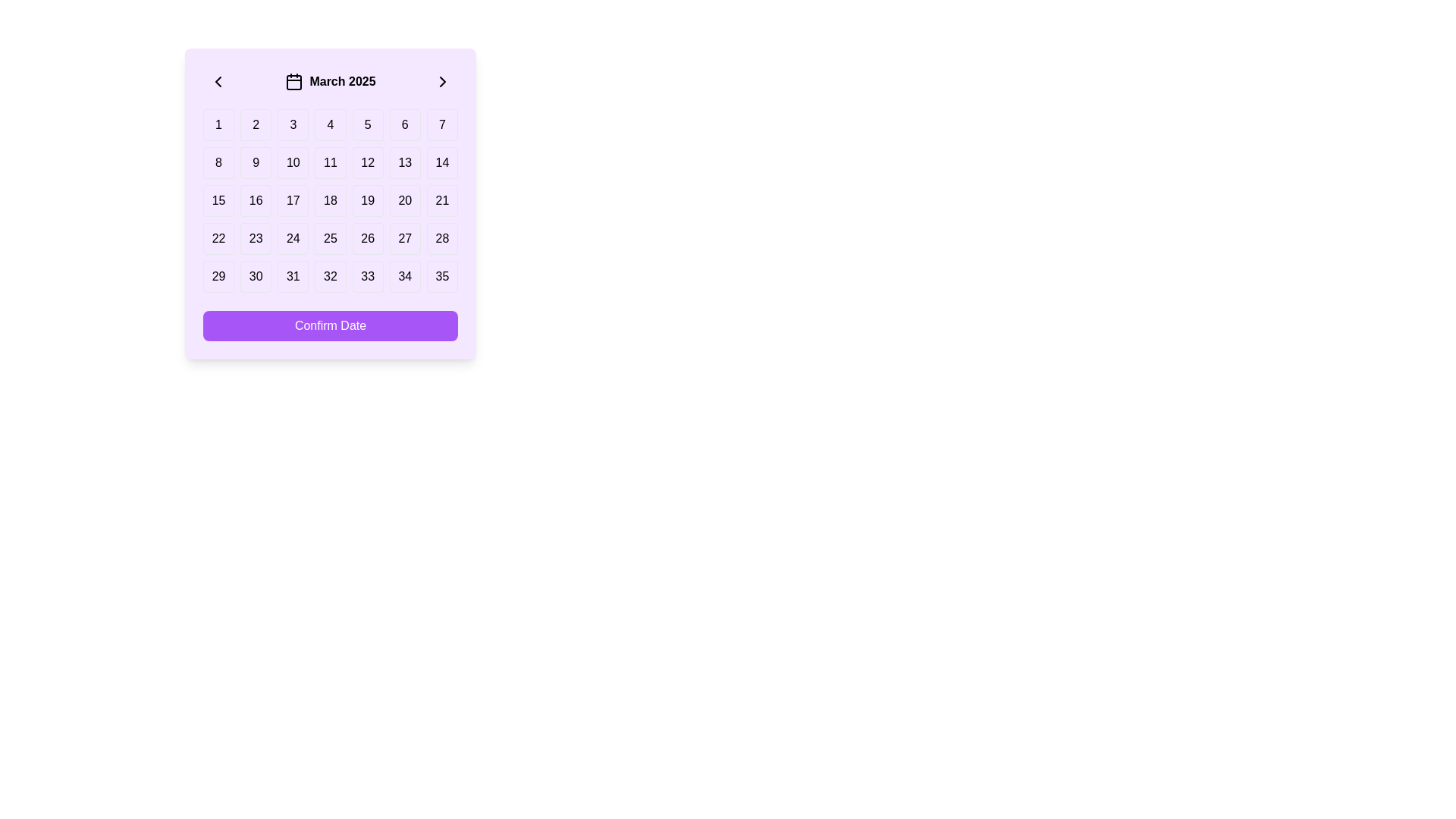 The height and width of the screenshot is (819, 1456). Describe the element at coordinates (294, 82) in the screenshot. I see `the center of the calendar icon located in the header section of the date picker panel, which is positioned immediately before the text 'March 2025'` at that location.